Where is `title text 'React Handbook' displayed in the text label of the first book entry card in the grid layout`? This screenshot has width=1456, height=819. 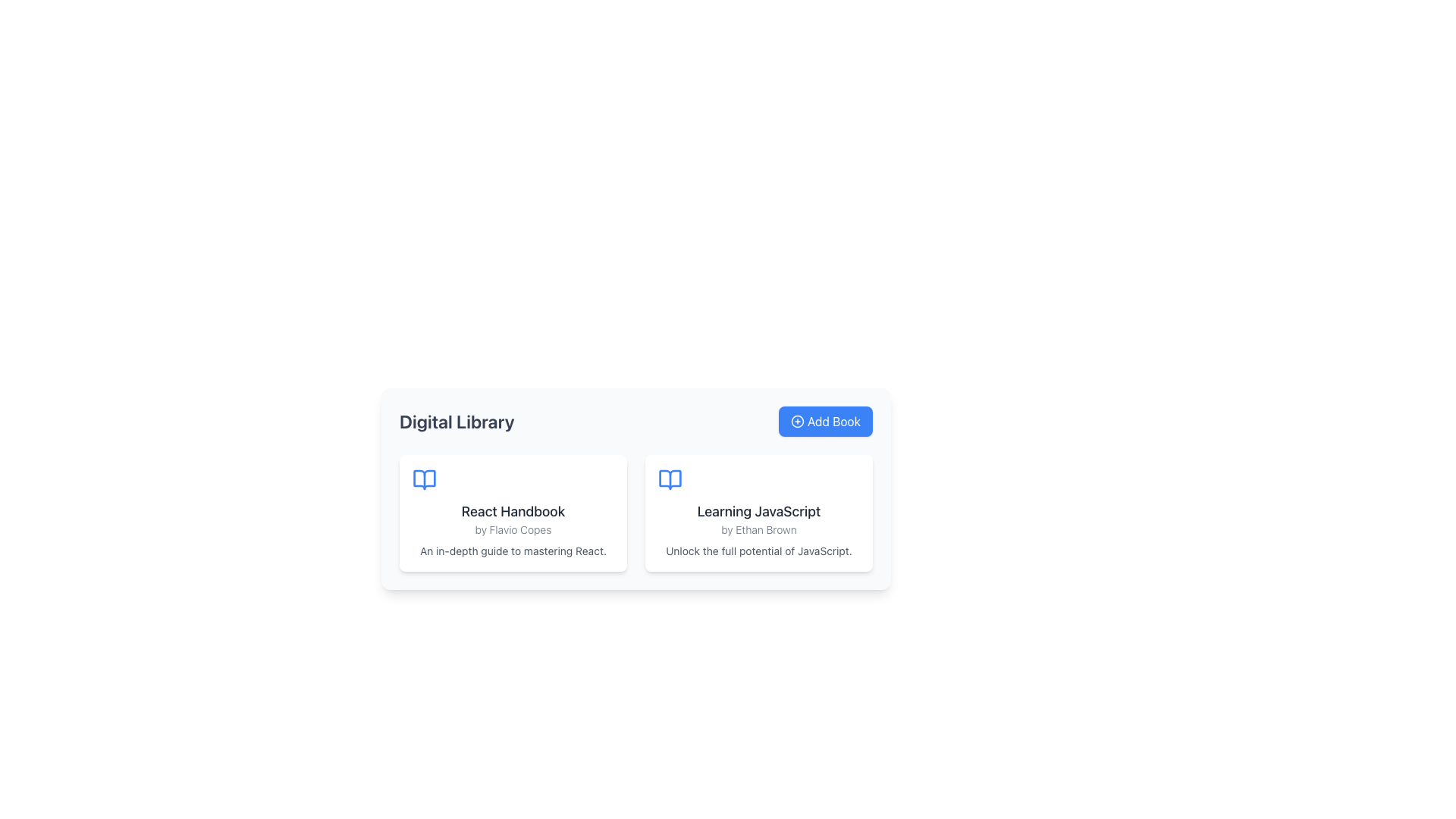 title text 'React Handbook' displayed in the text label of the first book entry card in the grid layout is located at coordinates (513, 512).